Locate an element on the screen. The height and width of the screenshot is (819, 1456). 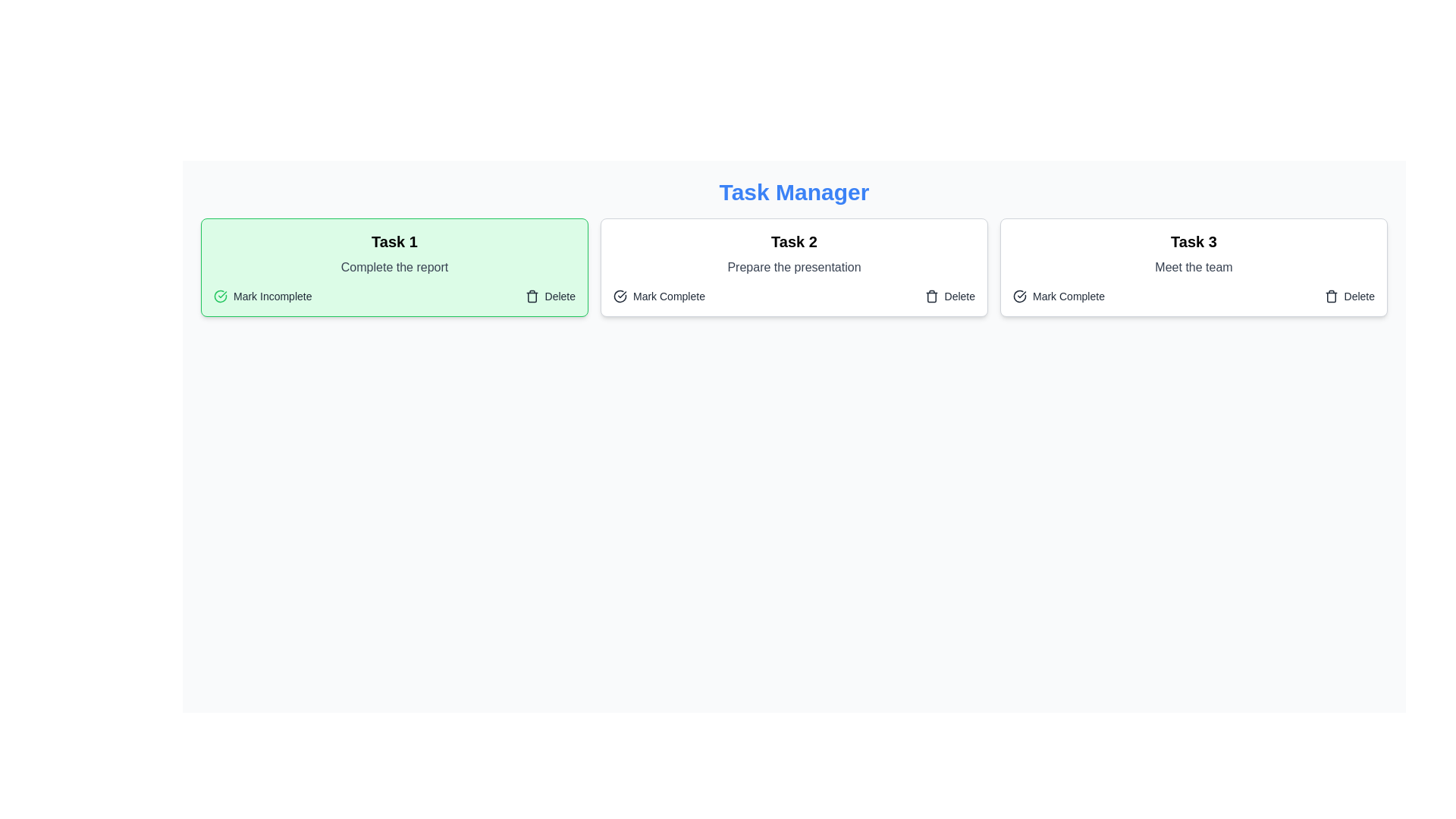
the trash can icon associated with the delete functionality within the 'Task 1' card is located at coordinates (532, 297).